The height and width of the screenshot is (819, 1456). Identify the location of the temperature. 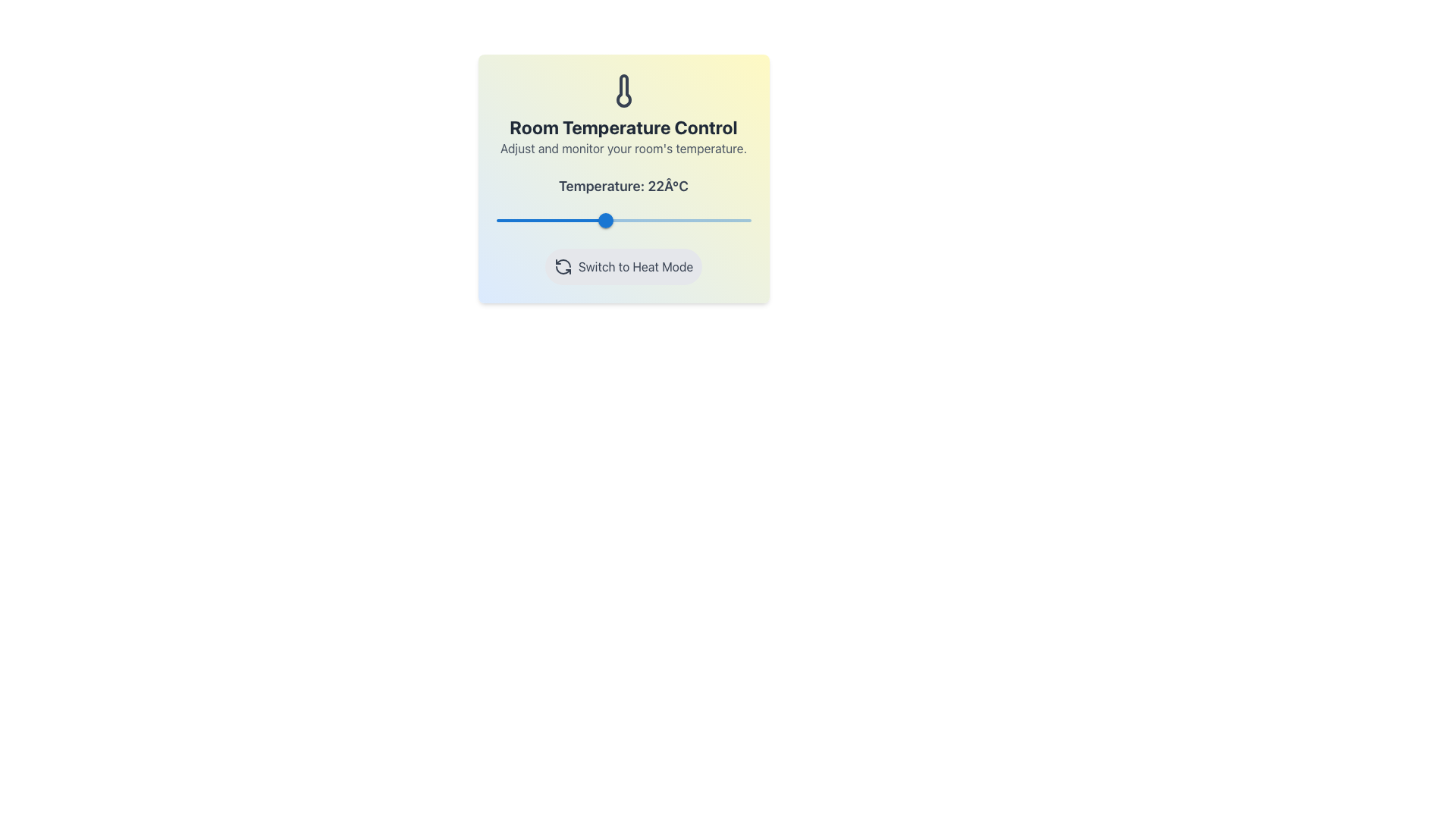
(712, 220).